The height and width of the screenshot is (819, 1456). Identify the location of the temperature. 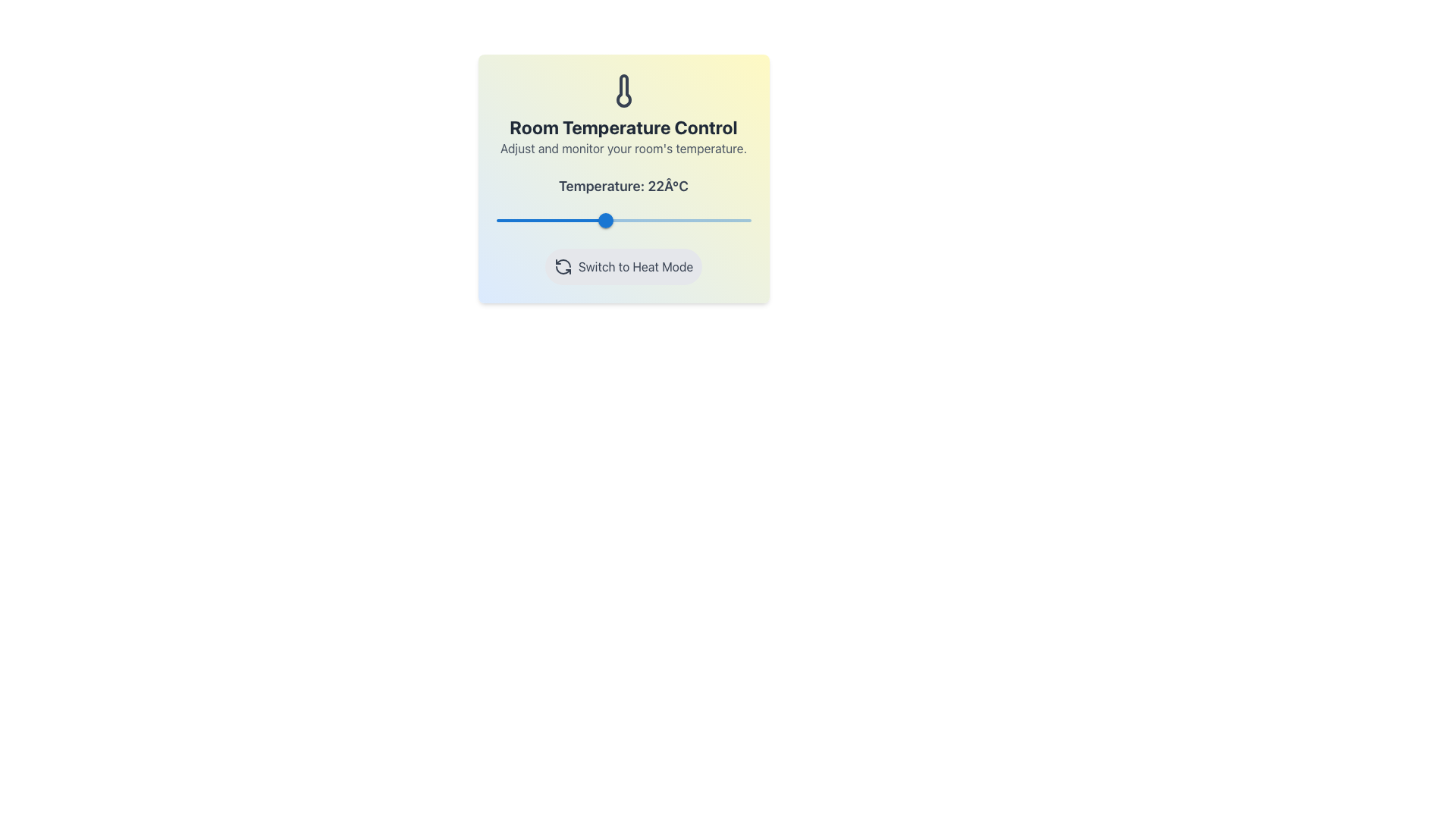
(712, 220).